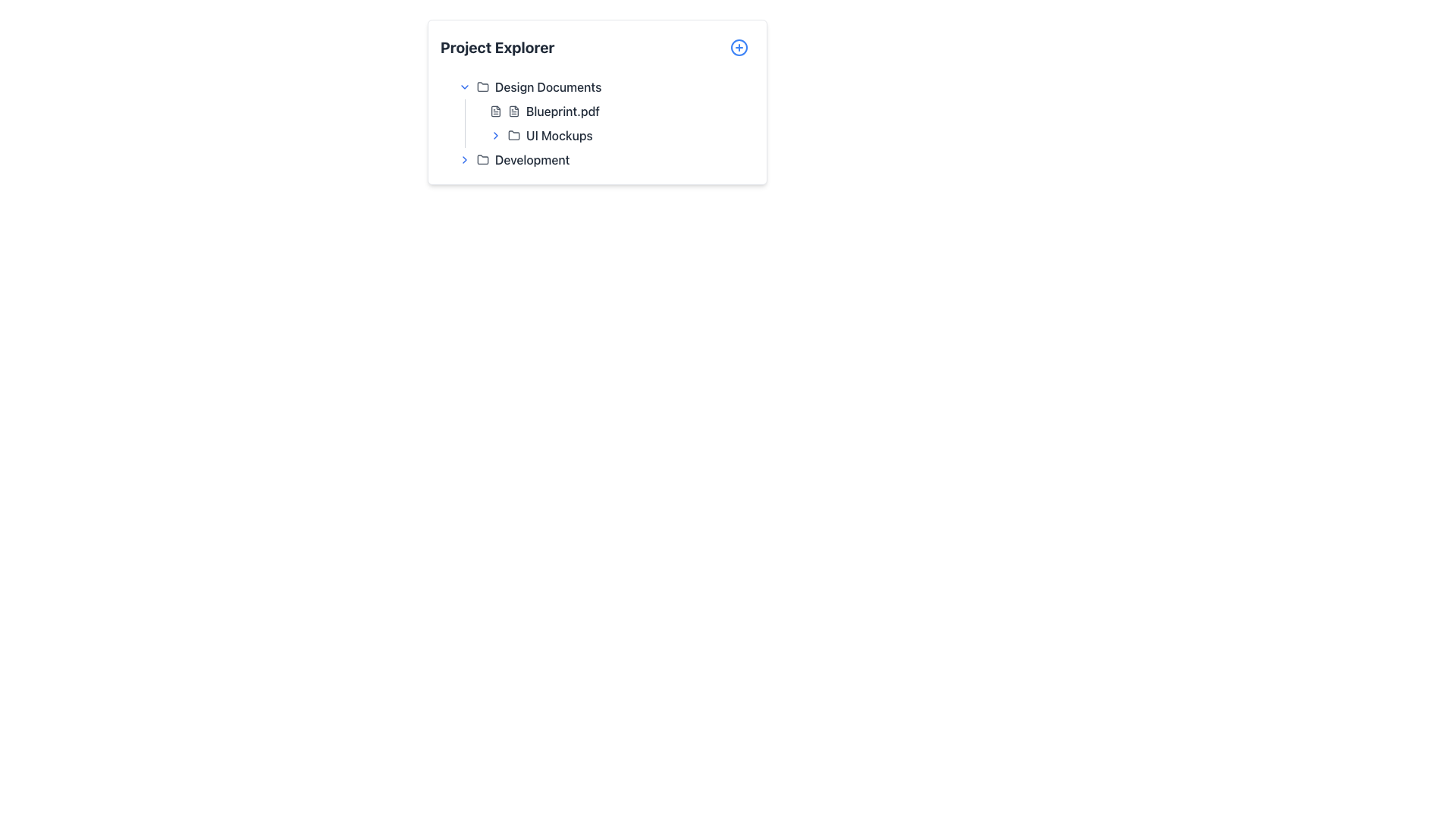 Image resolution: width=1456 pixels, height=819 pixels. What do you see at coordinates (513, 110) in the screenshot?
I see `the PDF file icon representing 'Blueprint.pdf' in the project explorer interface` at bounding box center [513, 110].